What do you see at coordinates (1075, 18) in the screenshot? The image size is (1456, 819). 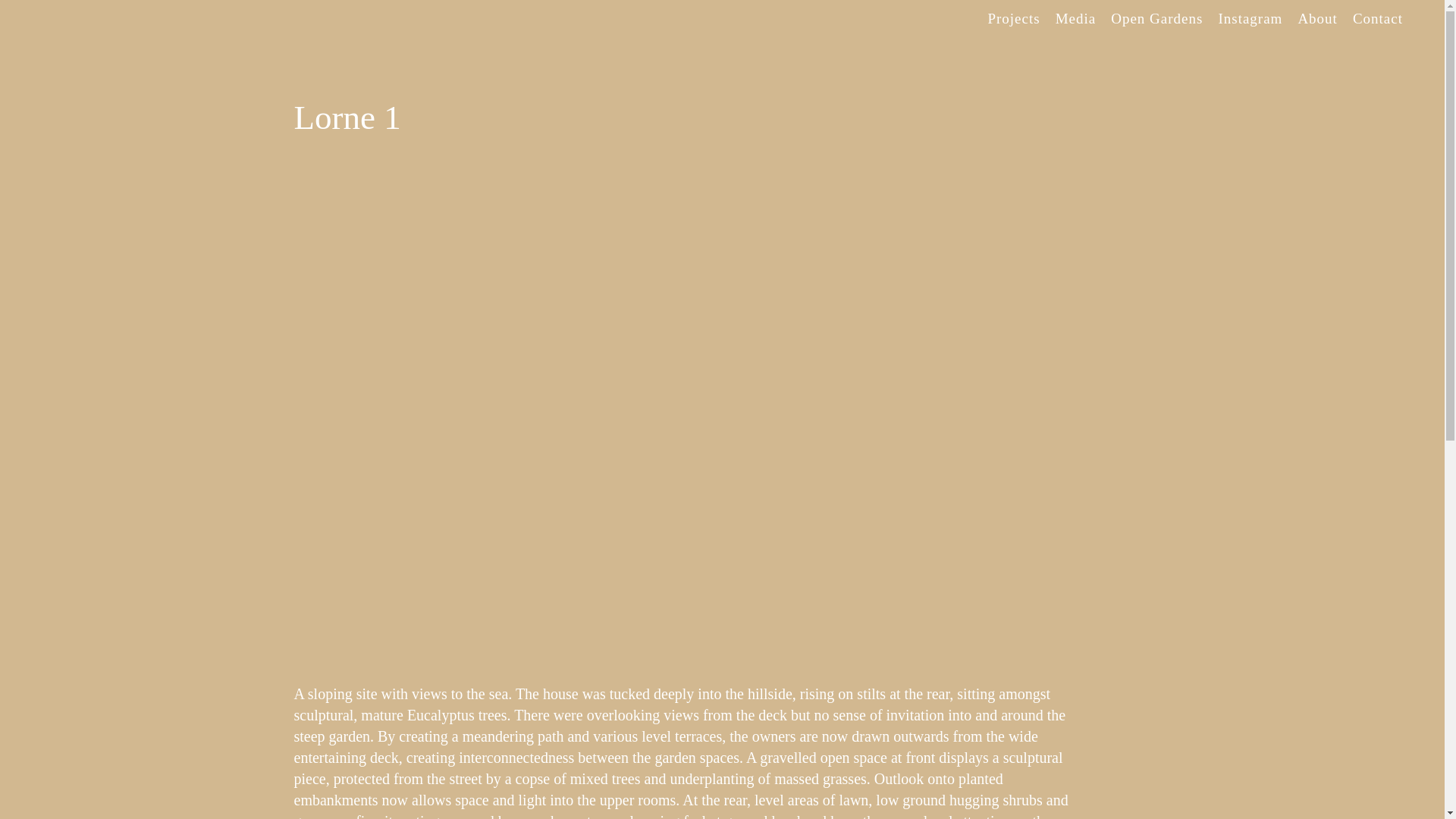 I see `'Media'` at bounding box center [1075, 18].